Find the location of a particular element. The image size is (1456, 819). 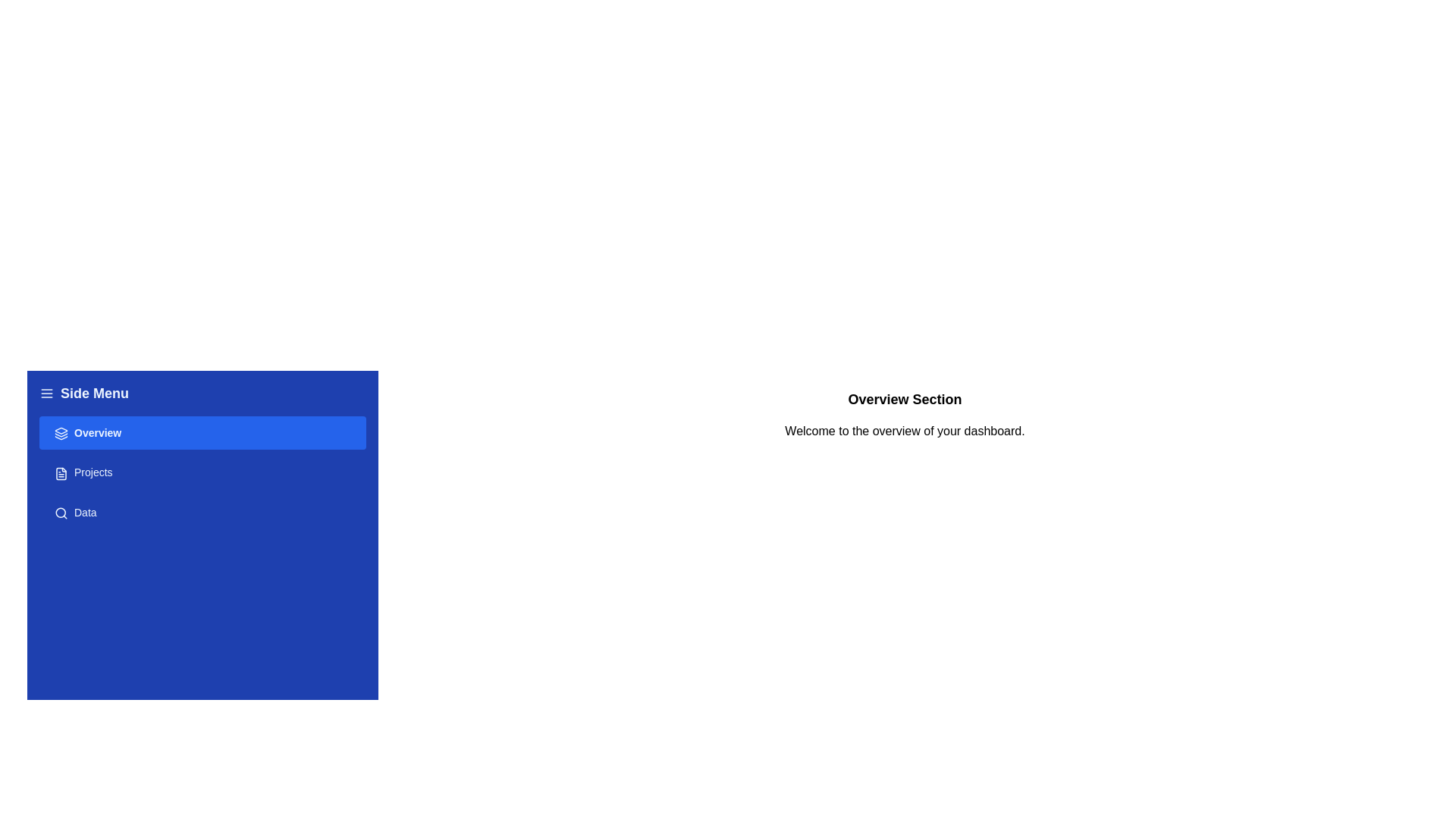

the circular icon component representing the 'Data' section in the side menu is located at coordinates (61, 512).